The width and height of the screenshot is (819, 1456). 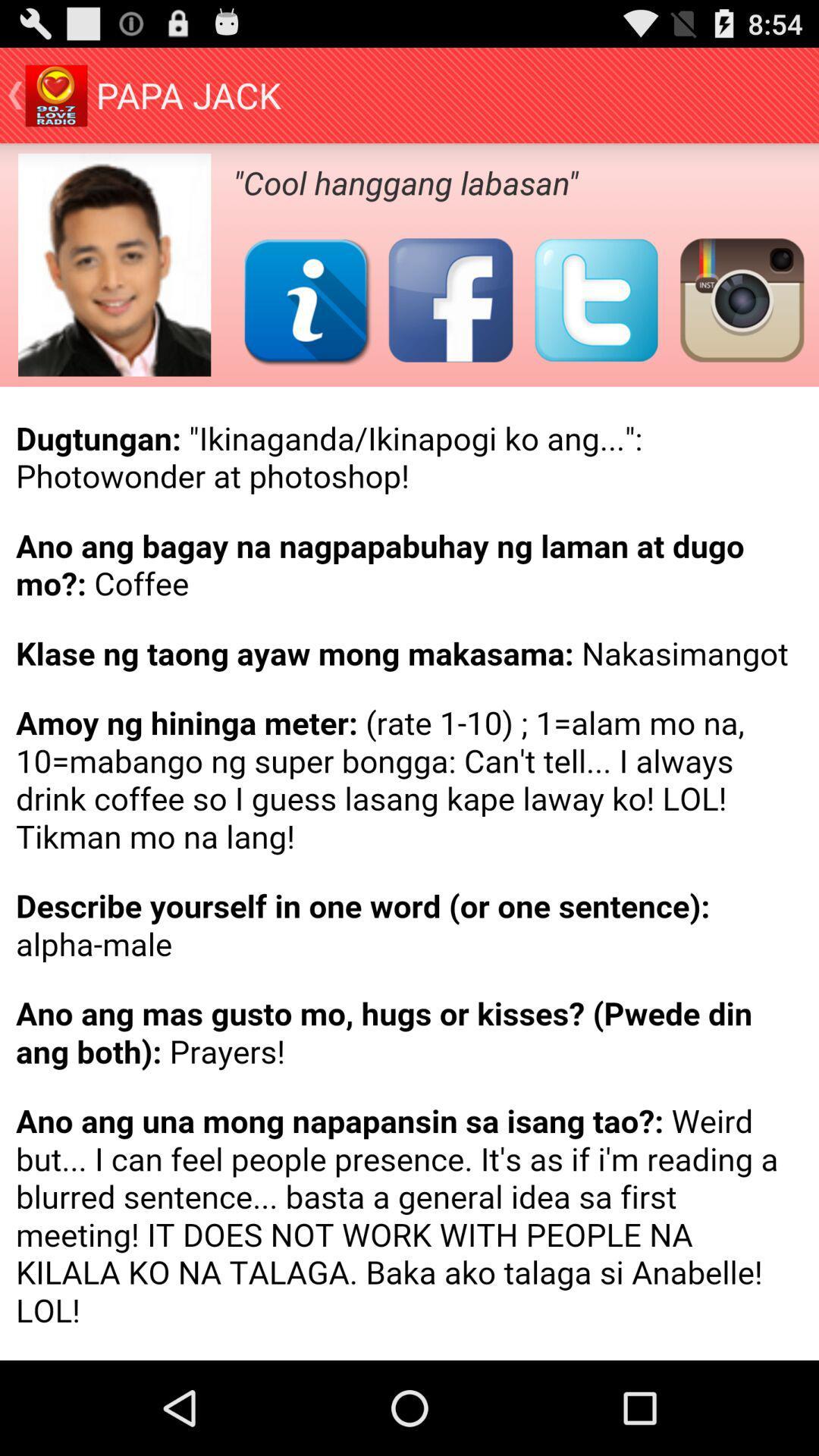 What do you see at coordinates (409, 874) in the screenshot?
I see `details` at bounding box center [409, 874].